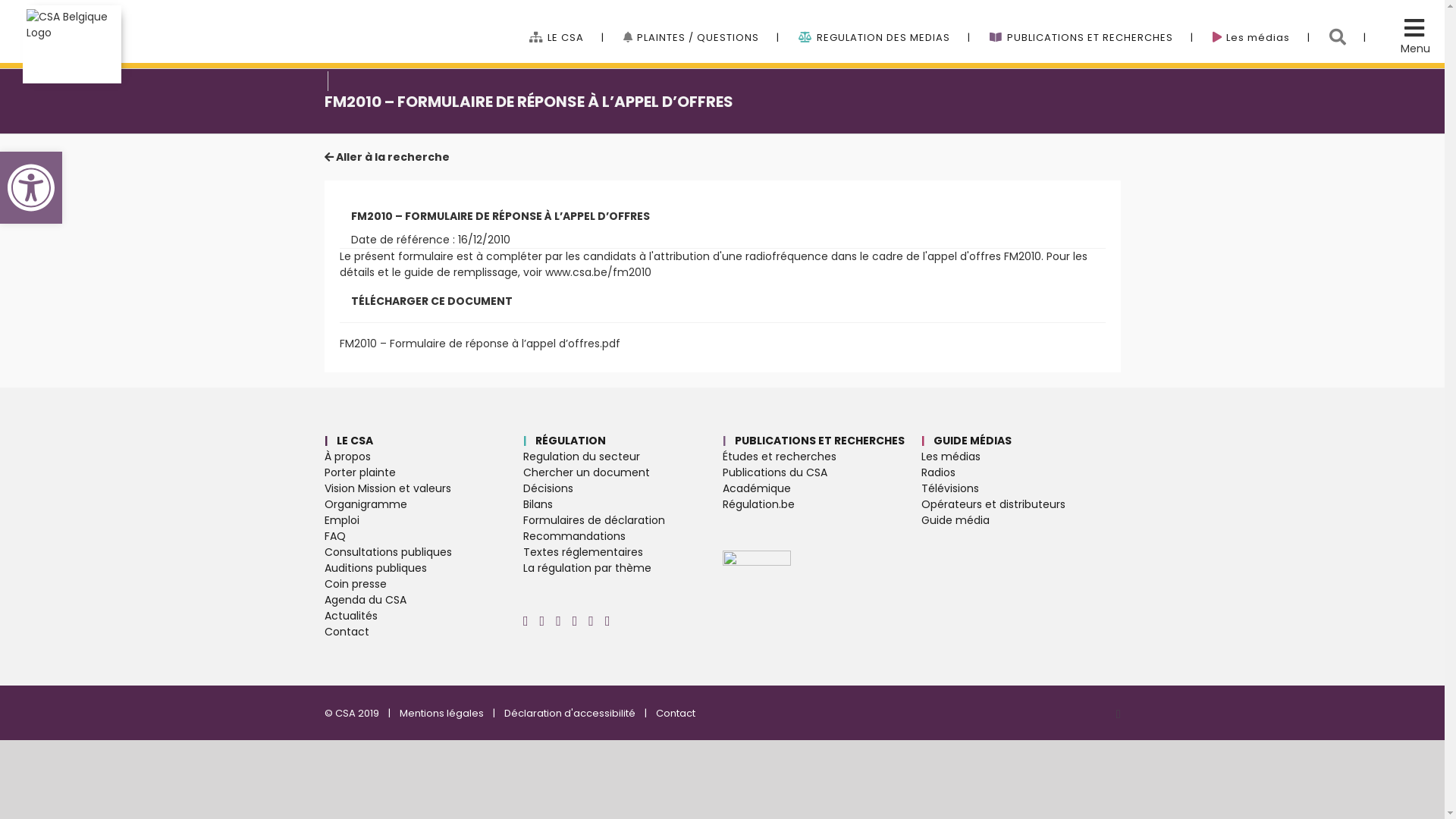 The height and width of the screenshot is (819, 1456). Describe the element at coordinates (1414, 48) in the screenshot. I see `'Menu'` at that location.